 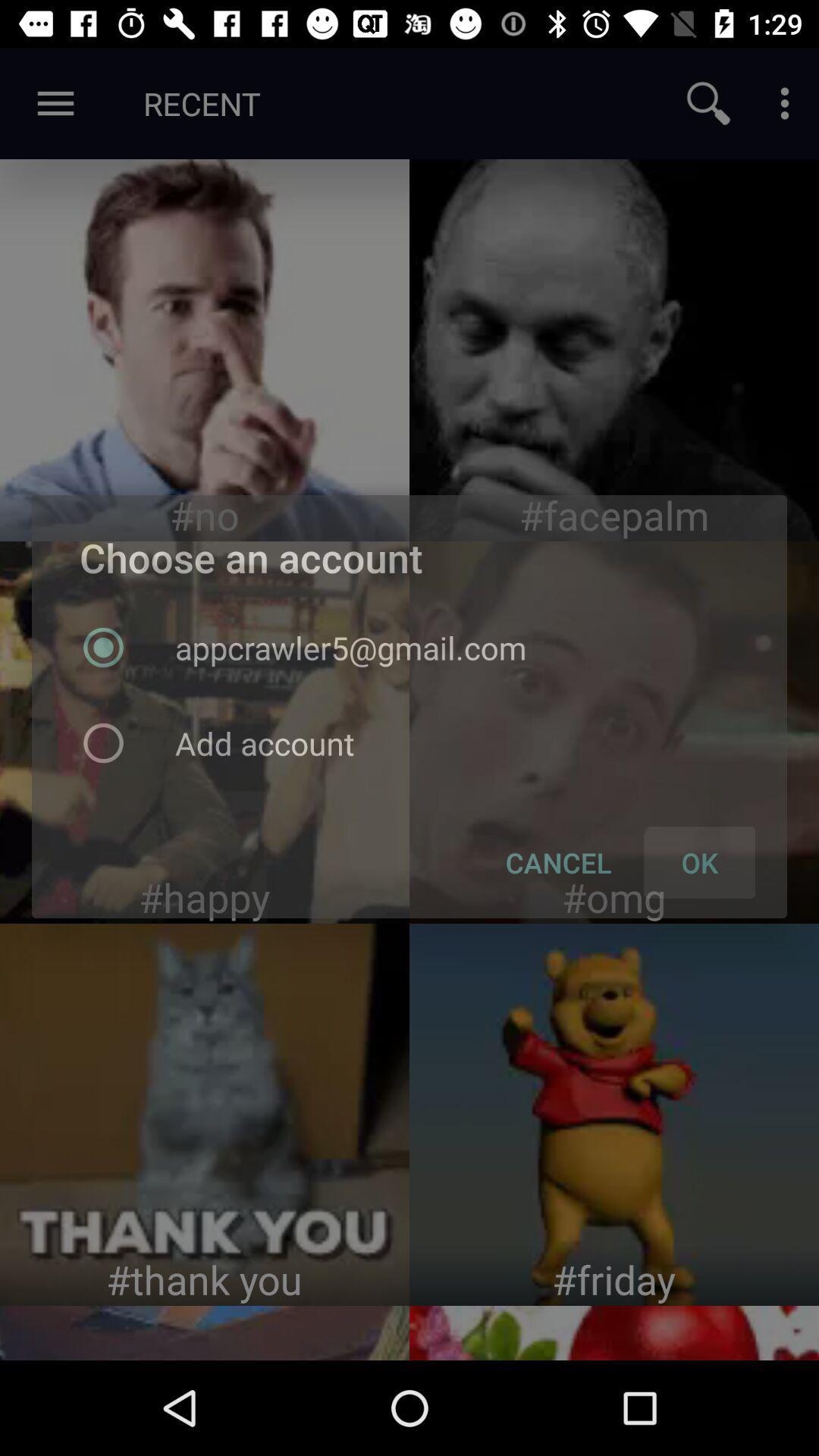 I want to click on image screen, so click(x=205, y=732).